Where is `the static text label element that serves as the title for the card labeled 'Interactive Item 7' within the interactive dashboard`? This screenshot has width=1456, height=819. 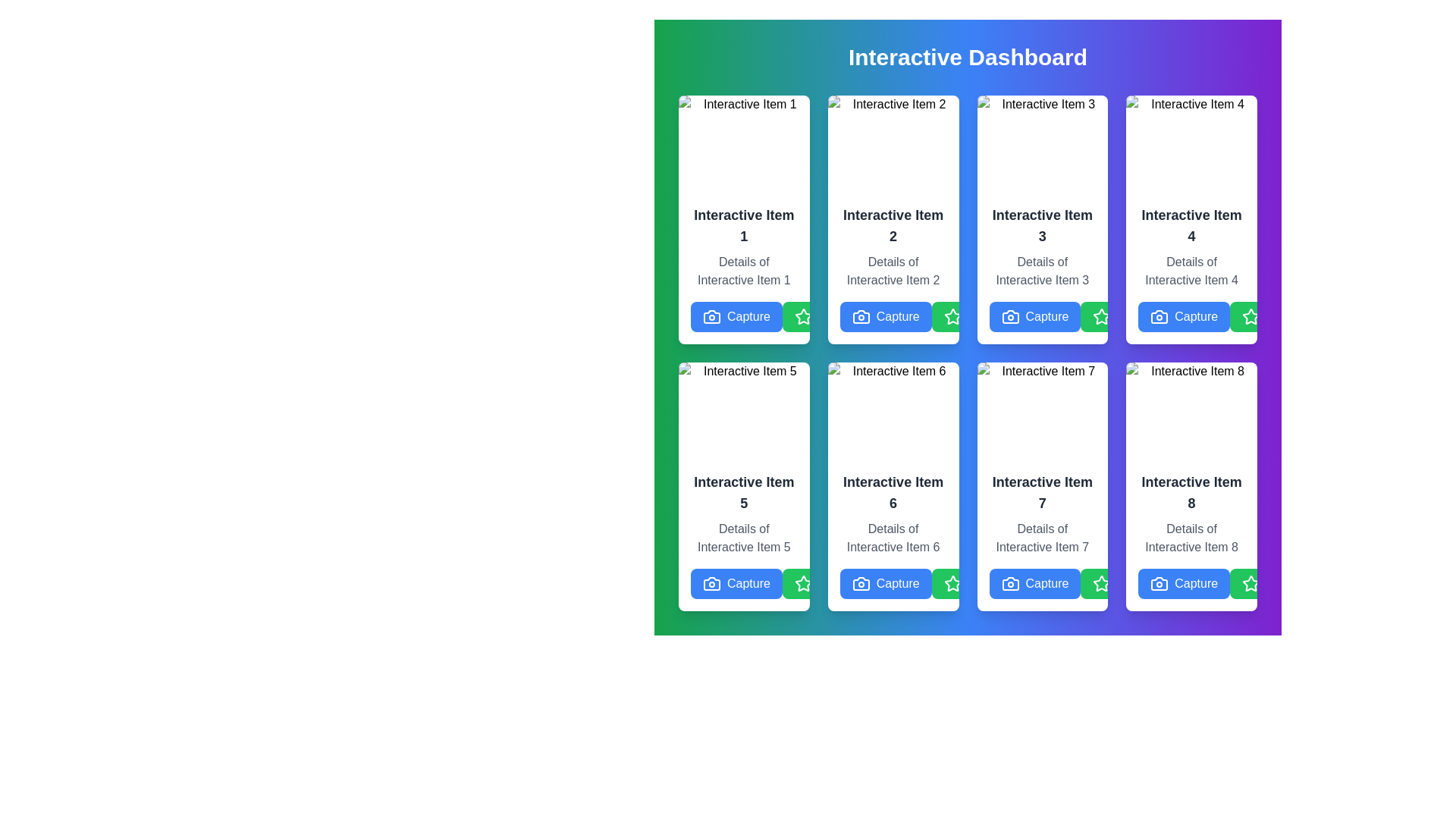
the static text label element that serves as the title for the card labeled 'Interactive Item 7' within the interactive dashboard is located at coordinates (1041, 493).